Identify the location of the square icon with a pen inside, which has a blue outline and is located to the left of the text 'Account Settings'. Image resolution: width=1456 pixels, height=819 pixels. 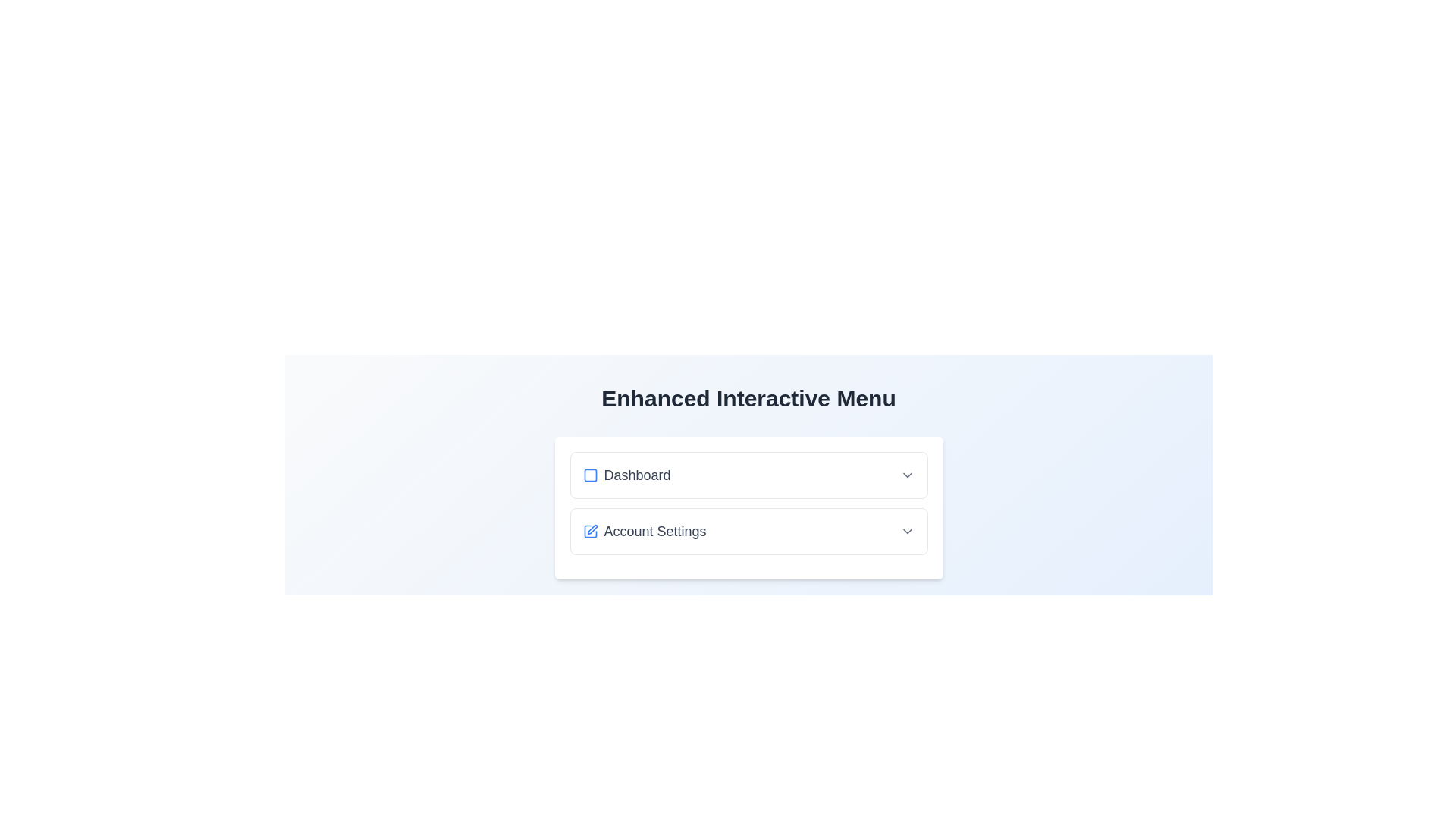
(589, 531).